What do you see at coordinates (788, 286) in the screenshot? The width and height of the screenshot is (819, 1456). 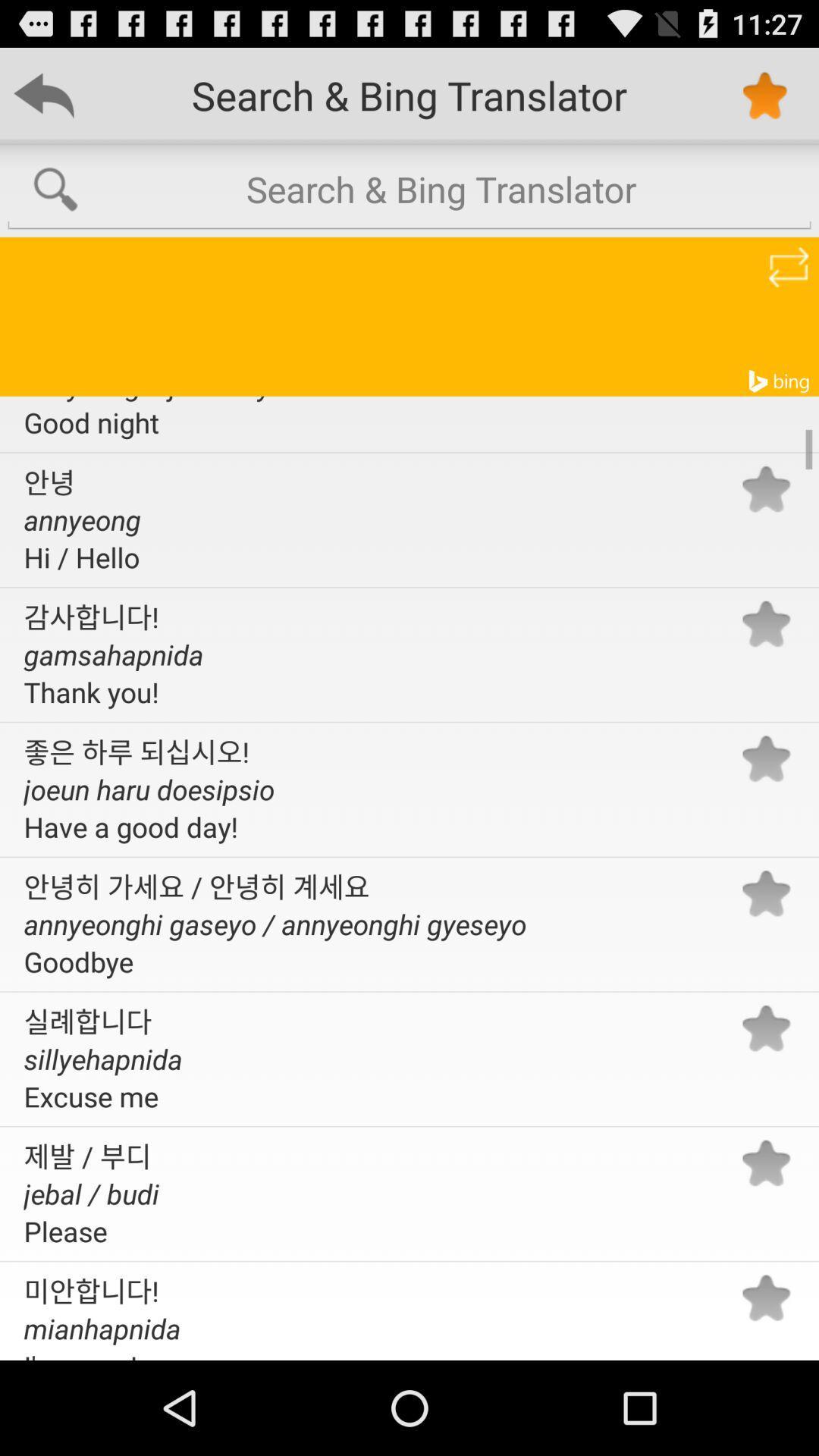 I see `the repeat icon` at bounding box center [788, 286].